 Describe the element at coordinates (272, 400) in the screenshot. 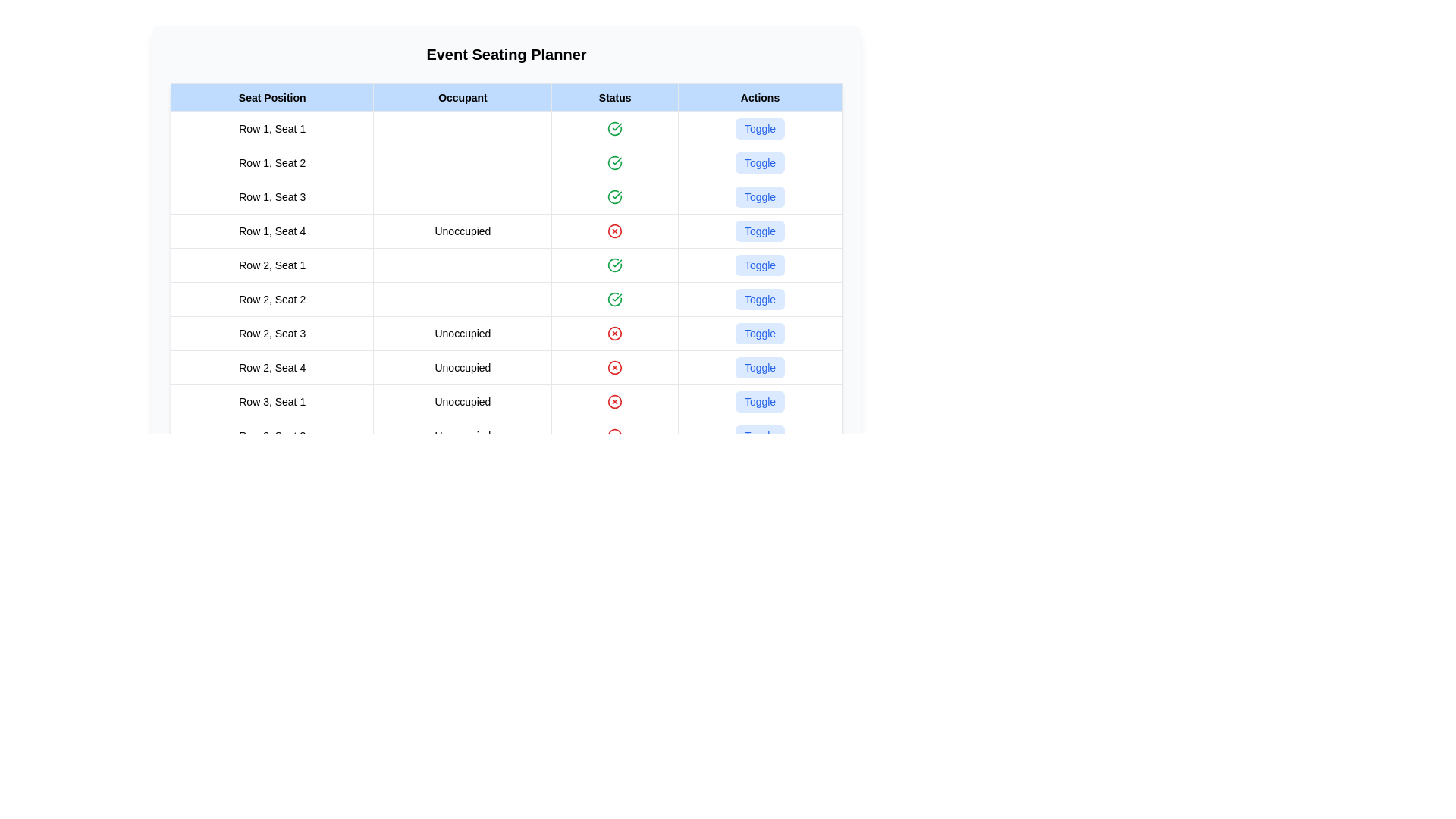

I see `the text cell displaying 'Row 3, Seat 1' in the third row under the 'Seat Position' column of the table layout` at that location.